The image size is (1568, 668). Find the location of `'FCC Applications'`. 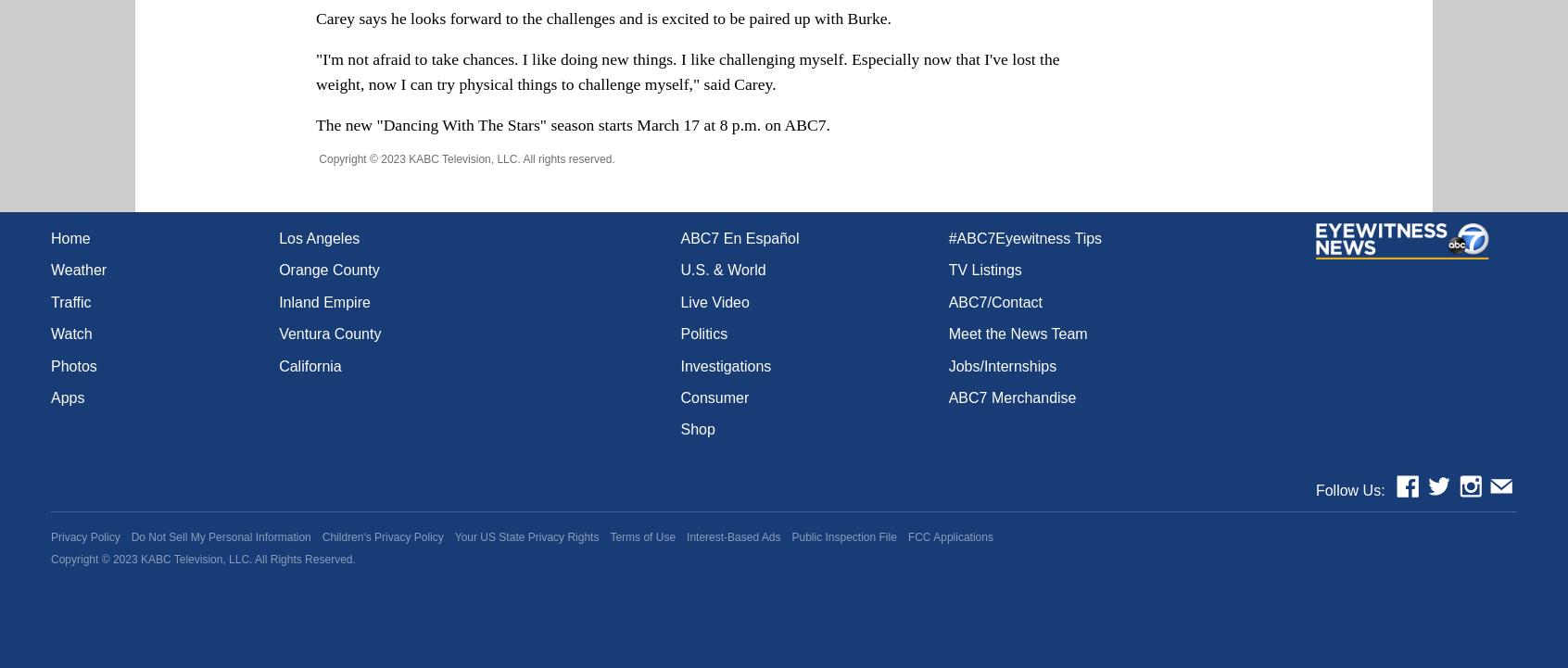

'FCC Applications' is located at coordinates (949, 536).